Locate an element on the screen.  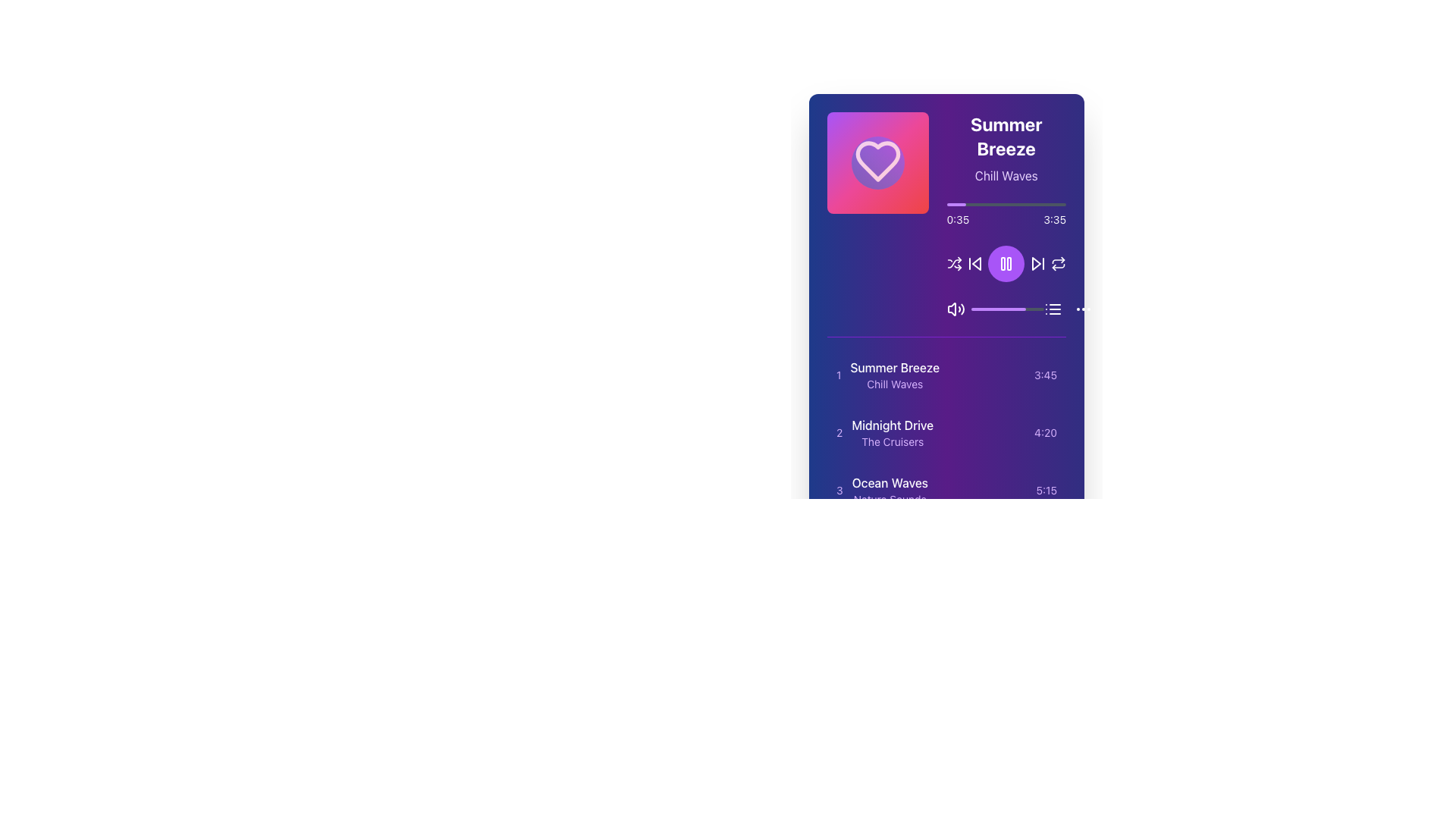
the first list item titled 'Summer Breeze' with the subtitle 'Chill Waves' is located at coordinates (888, 375).